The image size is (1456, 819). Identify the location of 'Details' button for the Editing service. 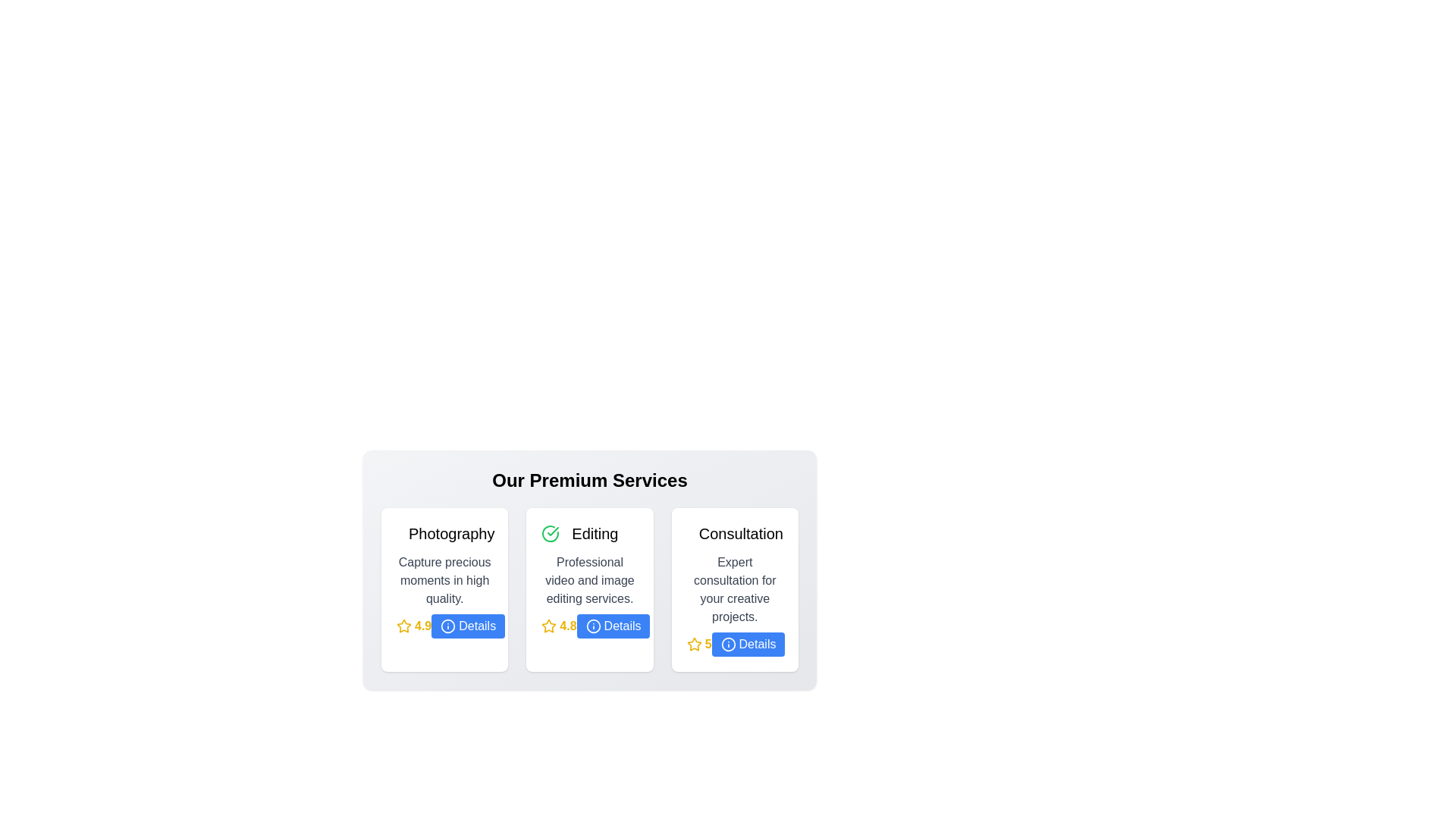
(613, 626).